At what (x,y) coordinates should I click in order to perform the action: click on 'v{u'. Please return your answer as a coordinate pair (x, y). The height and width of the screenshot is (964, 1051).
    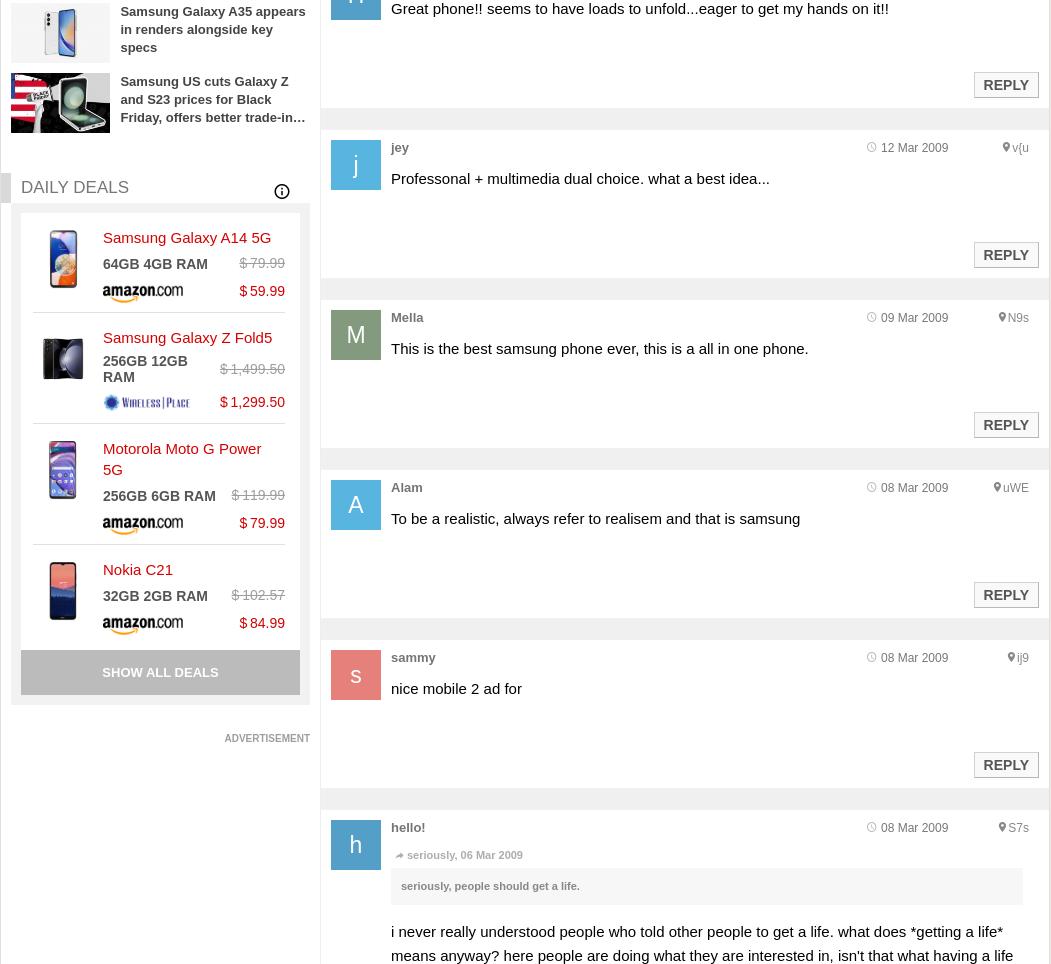
    Looking at the image, I should click on (1019, 147).